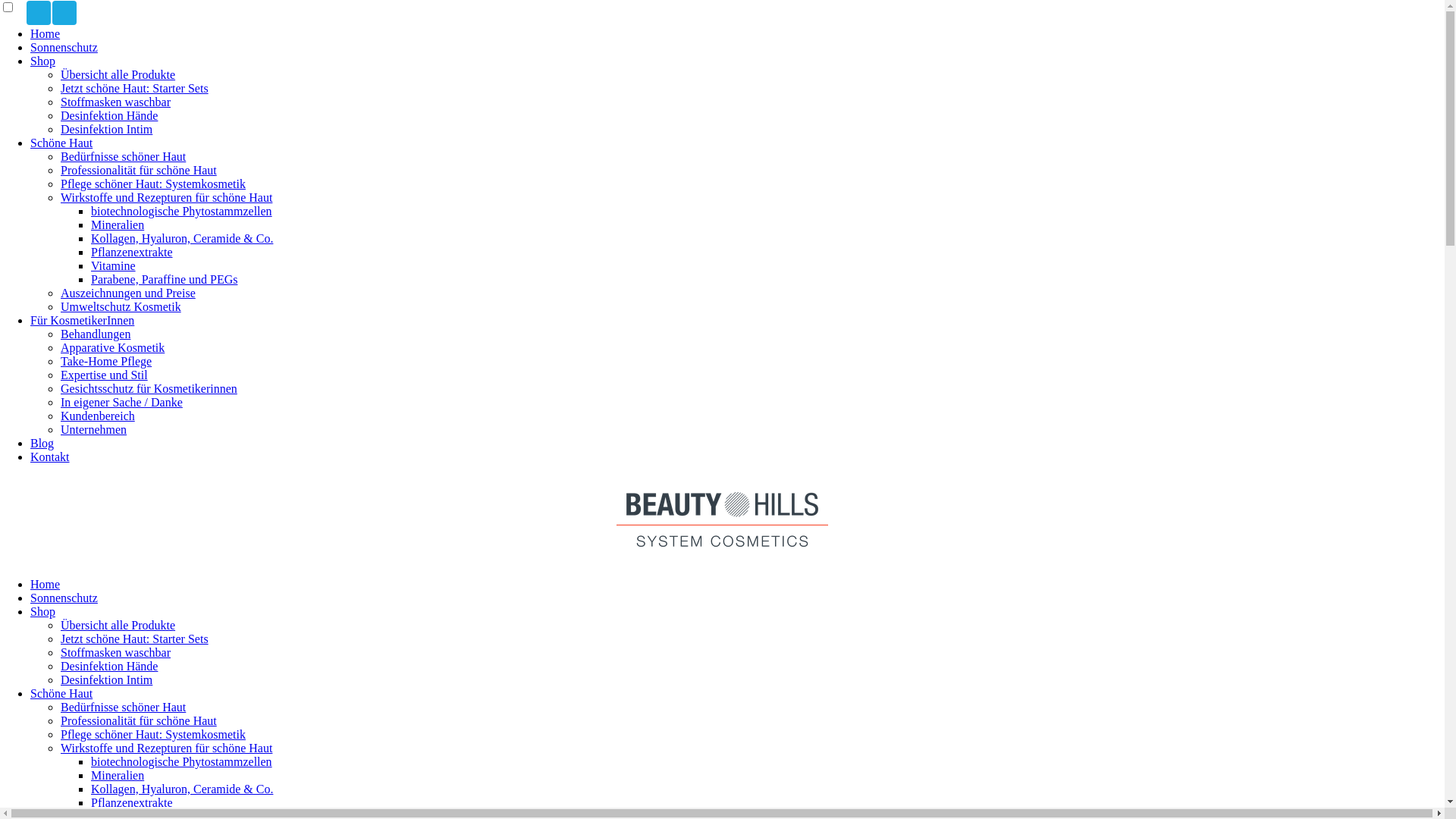 Image resolution: width=1456 pixels, height=819 pixels. What do you see at coordinates (93, 429) in the screenshot?
I see `'Unternehmen'` at bounding box center [93, 429].